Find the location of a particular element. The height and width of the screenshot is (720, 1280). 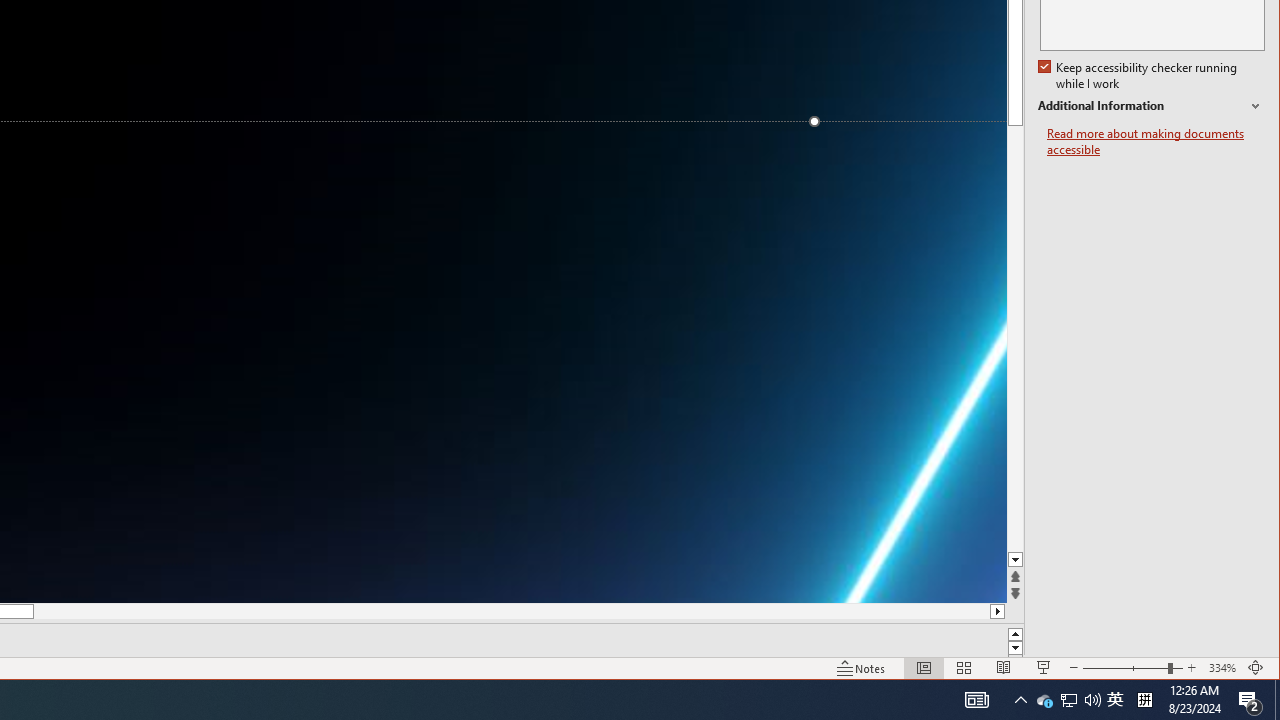

'Q2790: 100%' is located at coordinates (1068, 698).